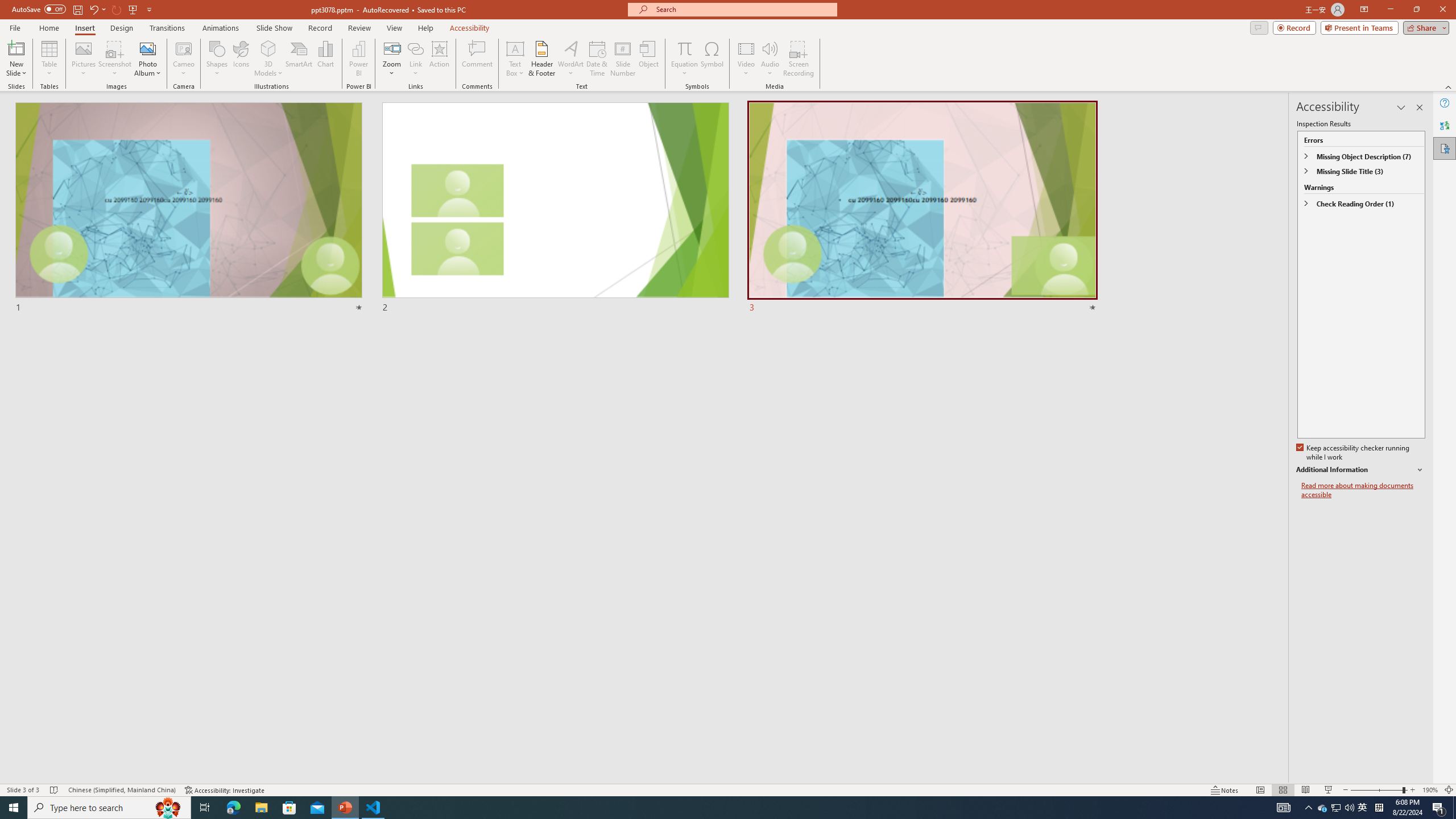 The width and height of the screenshot is (1456, 819). What do you see at coordinates (570, 59) in the screenshot?
I see `'WordArt'` at bounding box center [570, 59].